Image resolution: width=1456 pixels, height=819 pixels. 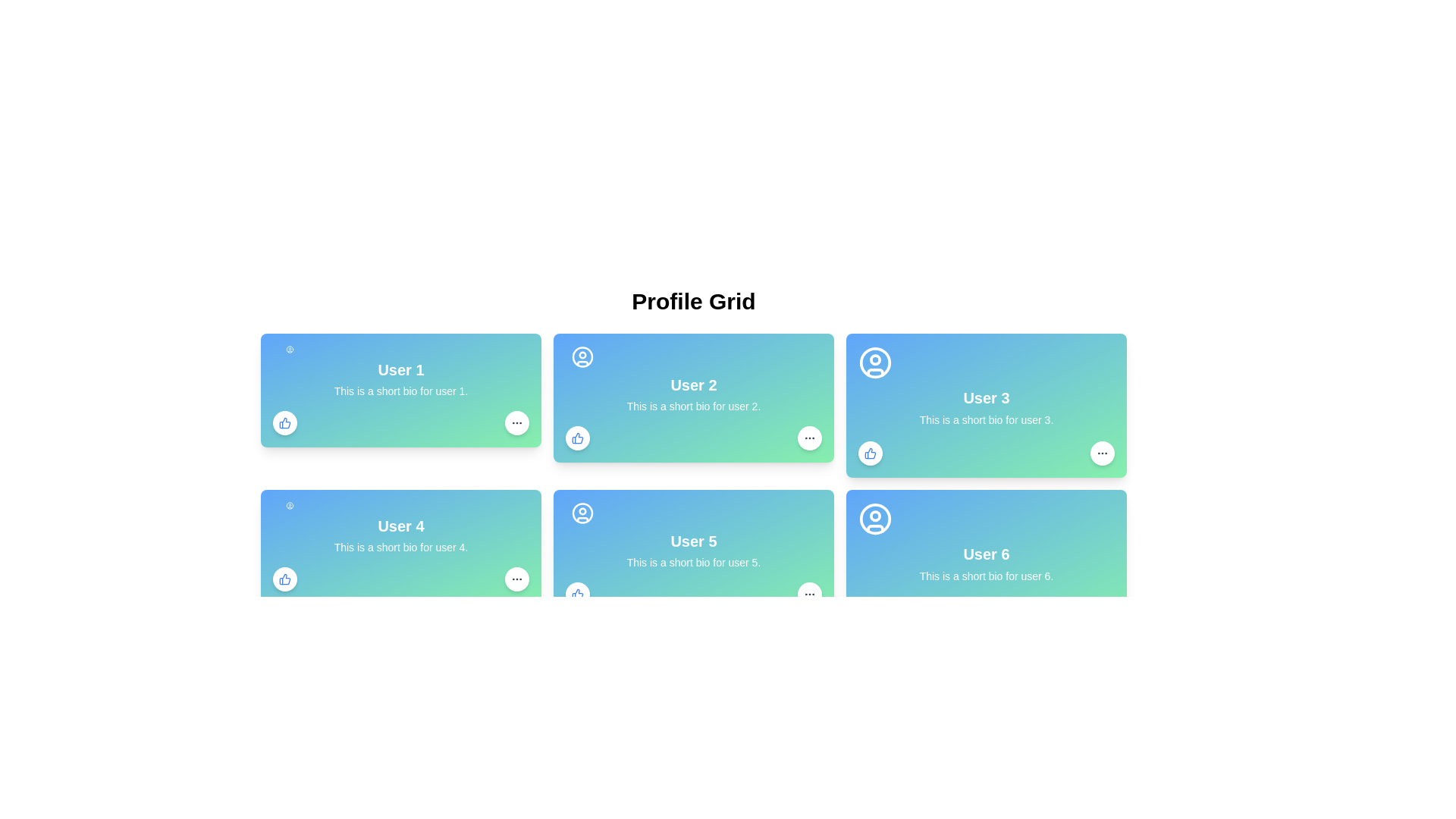 What do you see at coordinates (400, 526) in the screenshot?
I see `text from the Text Label that identifies the user as 'User 4', located in the second row and first column of a grid layout within a card component` at bounding box center [400, 526].